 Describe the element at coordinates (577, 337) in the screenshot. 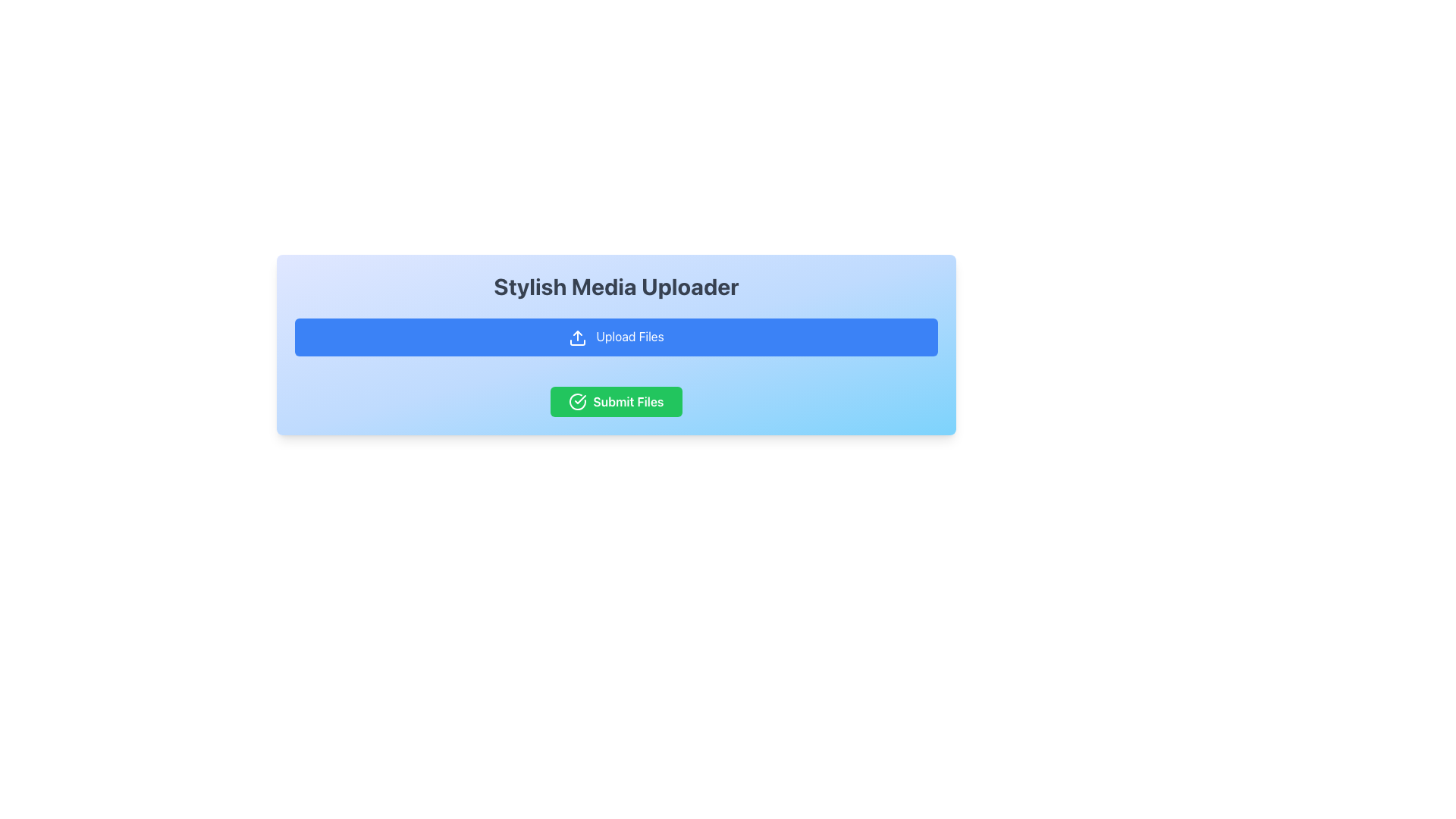

I see `the decorative visual indicator of the 'Upload Files' button, which is positioned on the left side of the button` at that location.